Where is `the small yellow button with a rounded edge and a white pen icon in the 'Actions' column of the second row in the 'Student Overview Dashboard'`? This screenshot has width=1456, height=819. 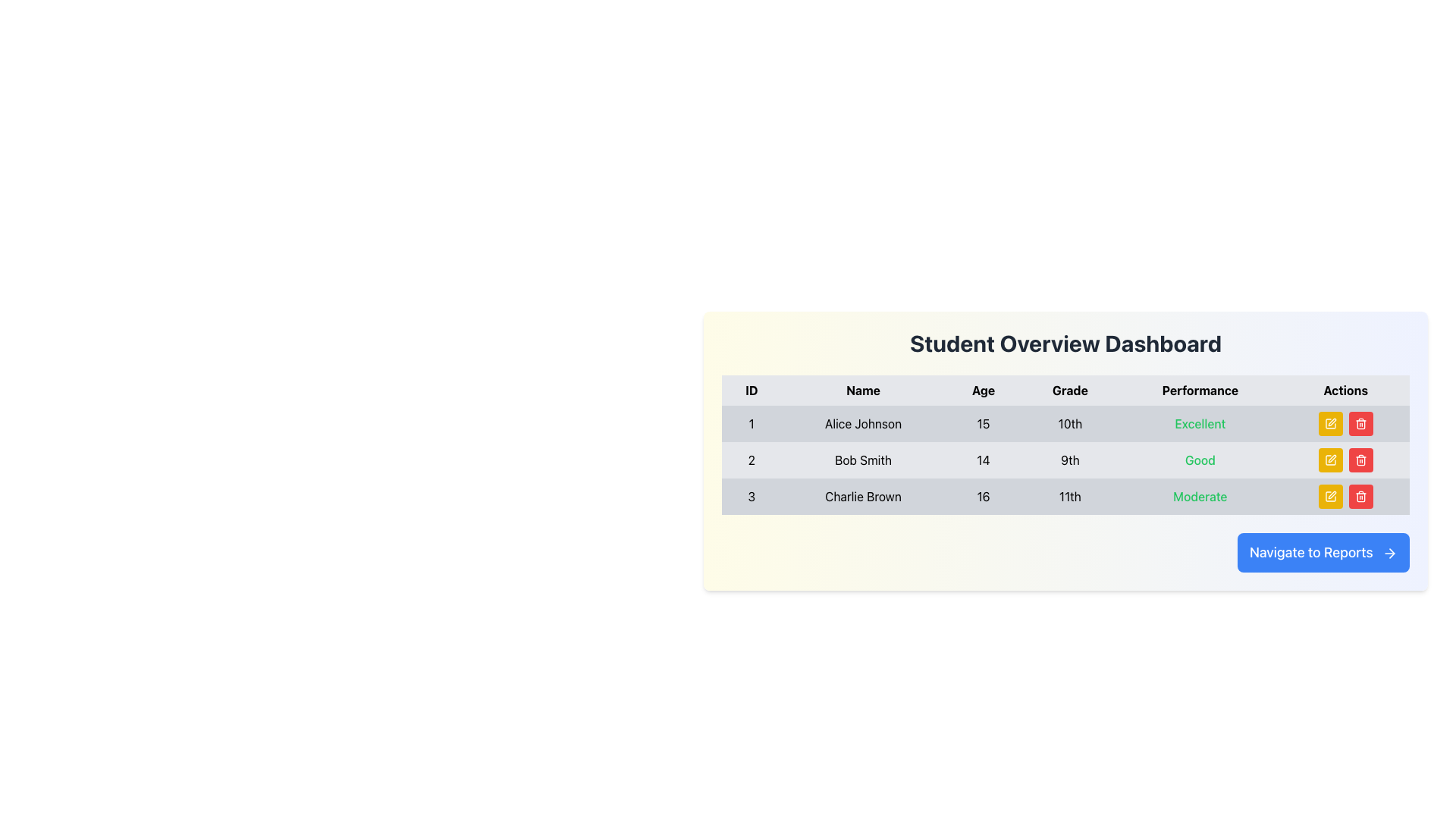
the small yellow button with a rounded edge and a white pen icon in the 'Actions' column of the second row in the 'Student Overview Dashboard' is located at coordinates (1329, 459).